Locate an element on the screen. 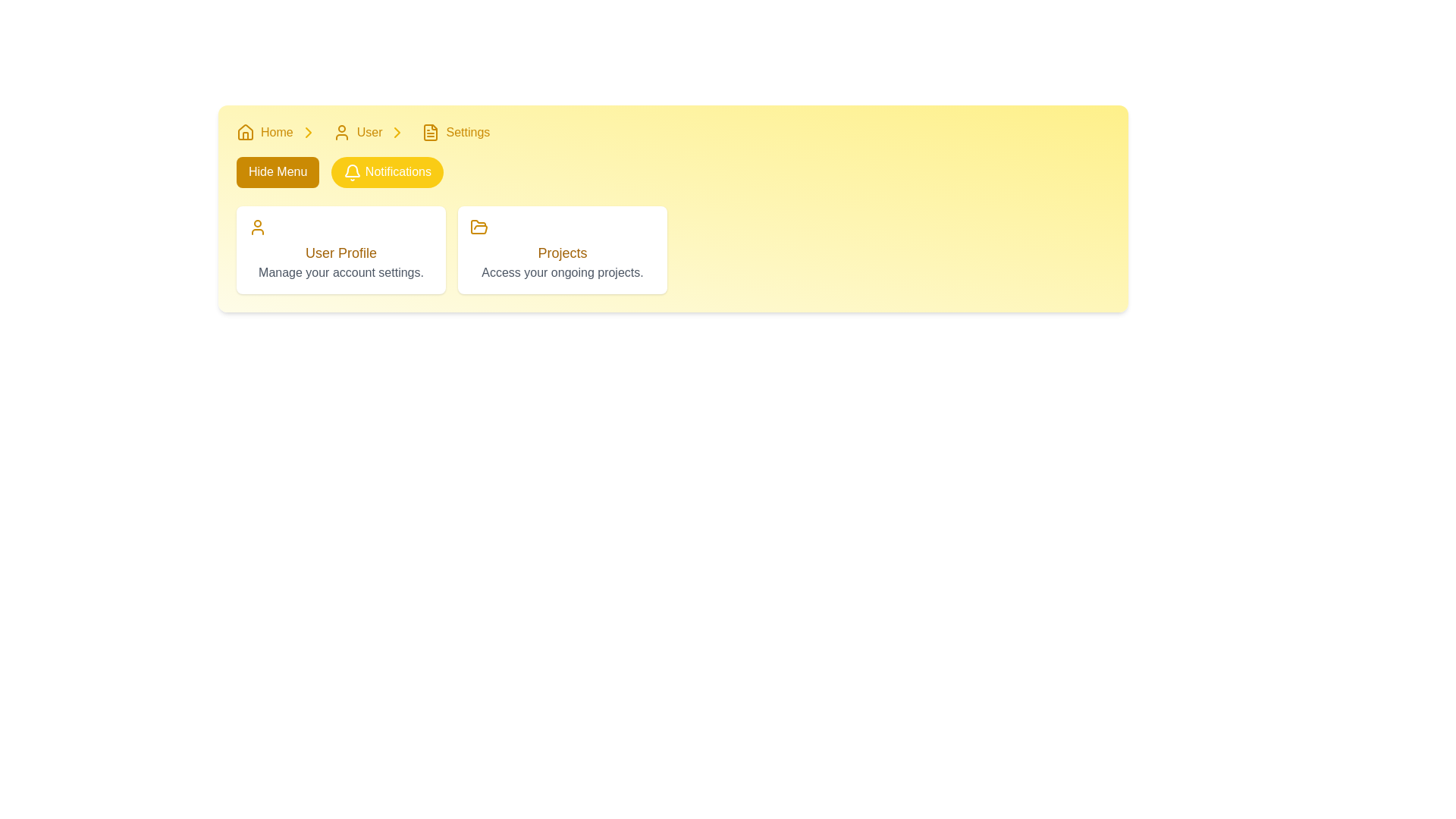  the breadcrumb navigation arrow icon located at the top-left of the interface, which indicates the transition between 'User' and 'Settings' is located at coordinates (397, 131).